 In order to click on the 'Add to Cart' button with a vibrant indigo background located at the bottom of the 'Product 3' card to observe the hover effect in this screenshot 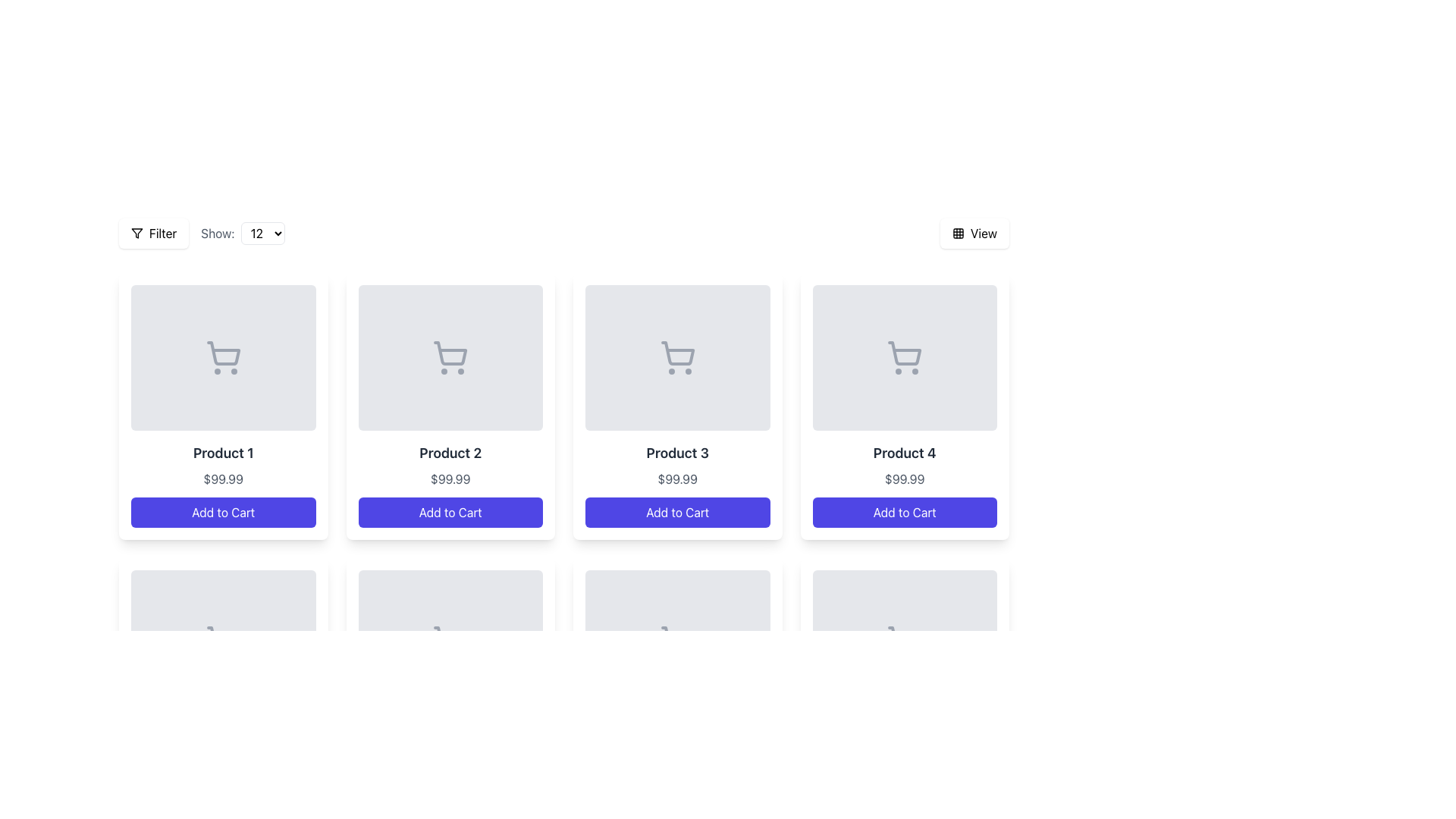, I will do `click(676, 512)`.